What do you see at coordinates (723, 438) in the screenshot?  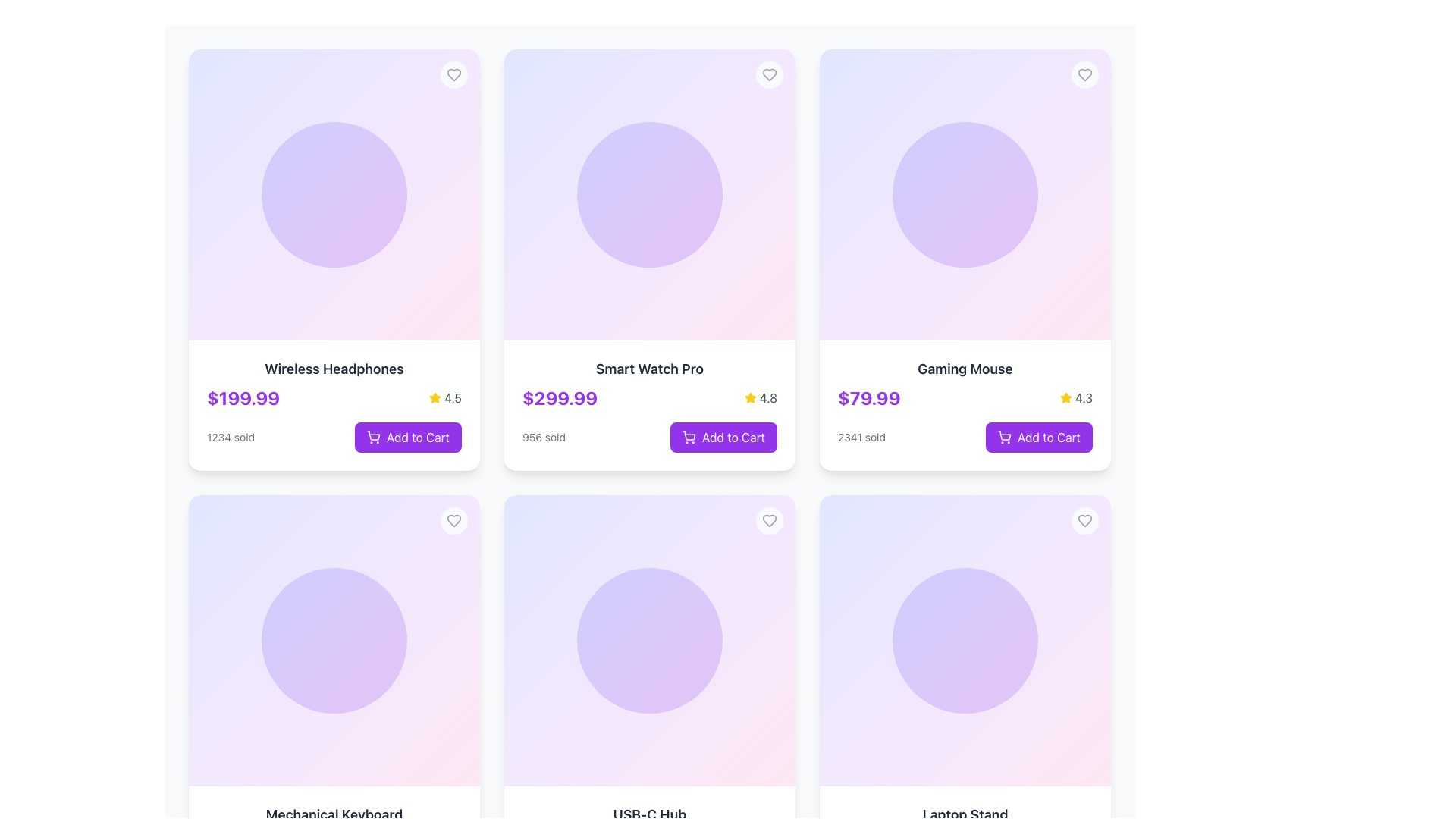 I see `the 'Add to Cart' button with a purple background and shopping cart icon located at the bottom-right corner of the product card for 'Smart Watch Pro'` at bounding box center [723, 438].